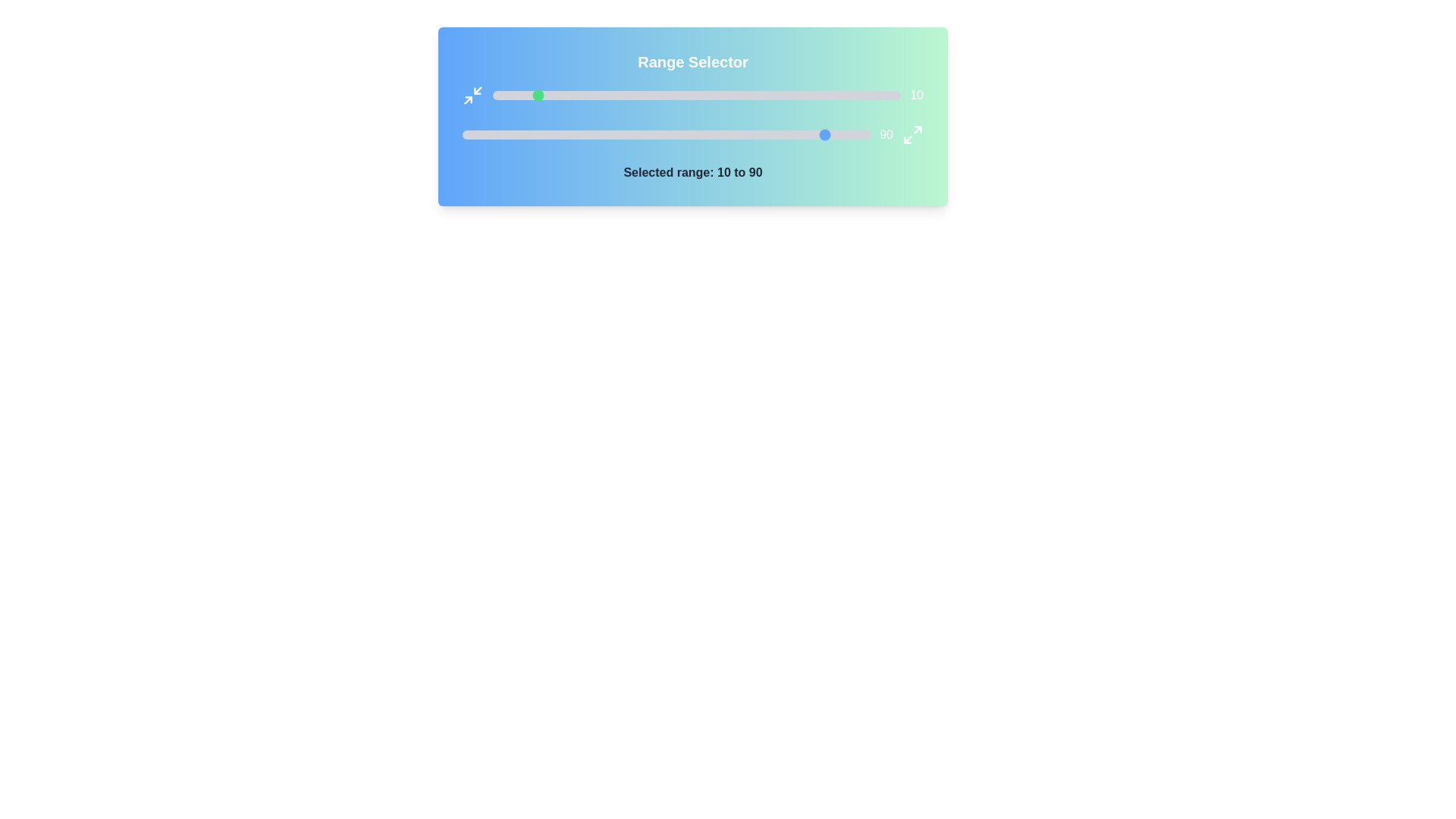 Image resolution: width=1456 pixels, height=819 pixels. What do you see at coordinates (617, 133) in the screenshot?
I see `the slider value` at bounding box center [617, 133].